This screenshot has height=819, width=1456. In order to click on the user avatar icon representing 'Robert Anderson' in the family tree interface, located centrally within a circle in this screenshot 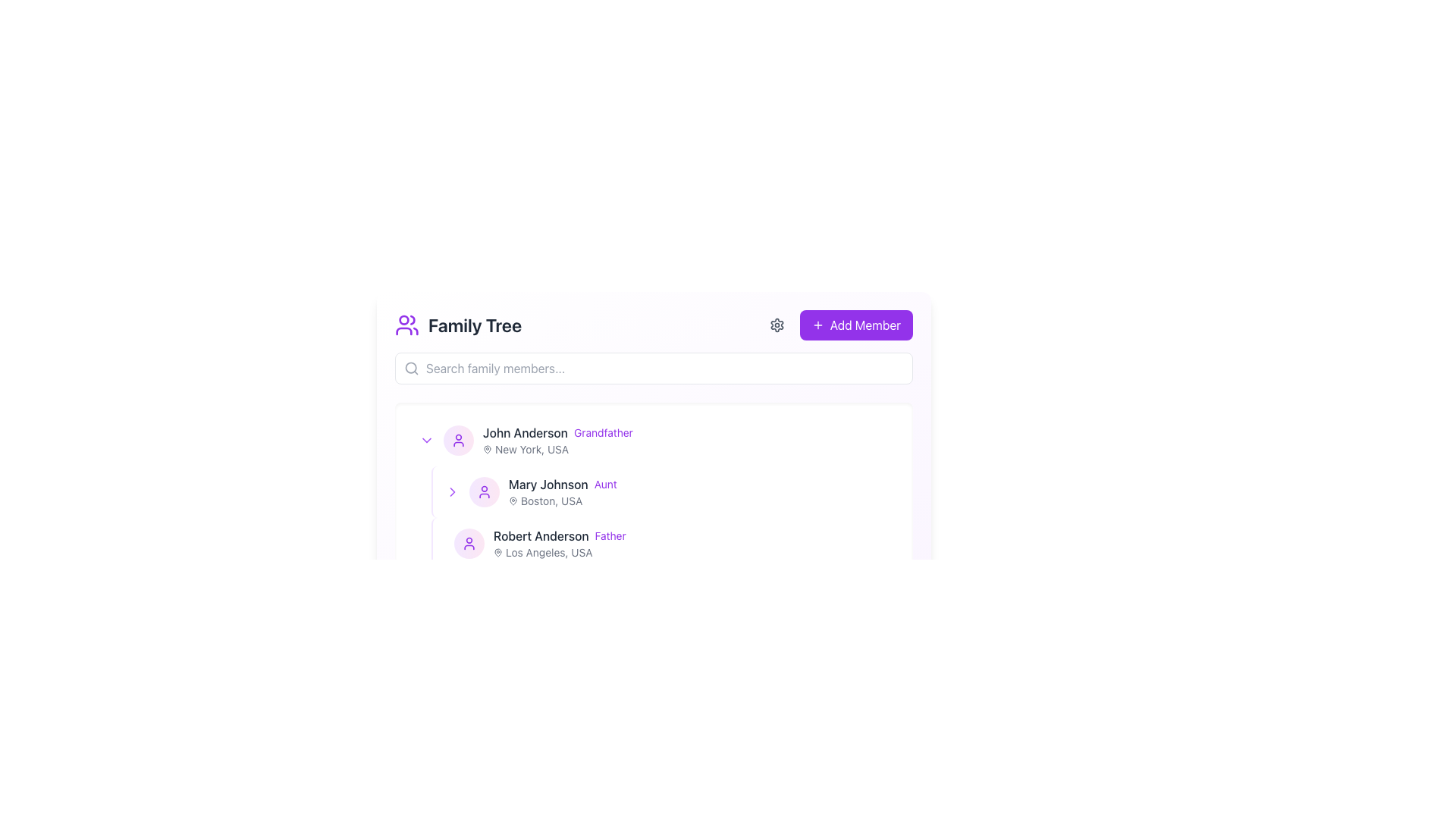, I will do `click(469, 543)`.